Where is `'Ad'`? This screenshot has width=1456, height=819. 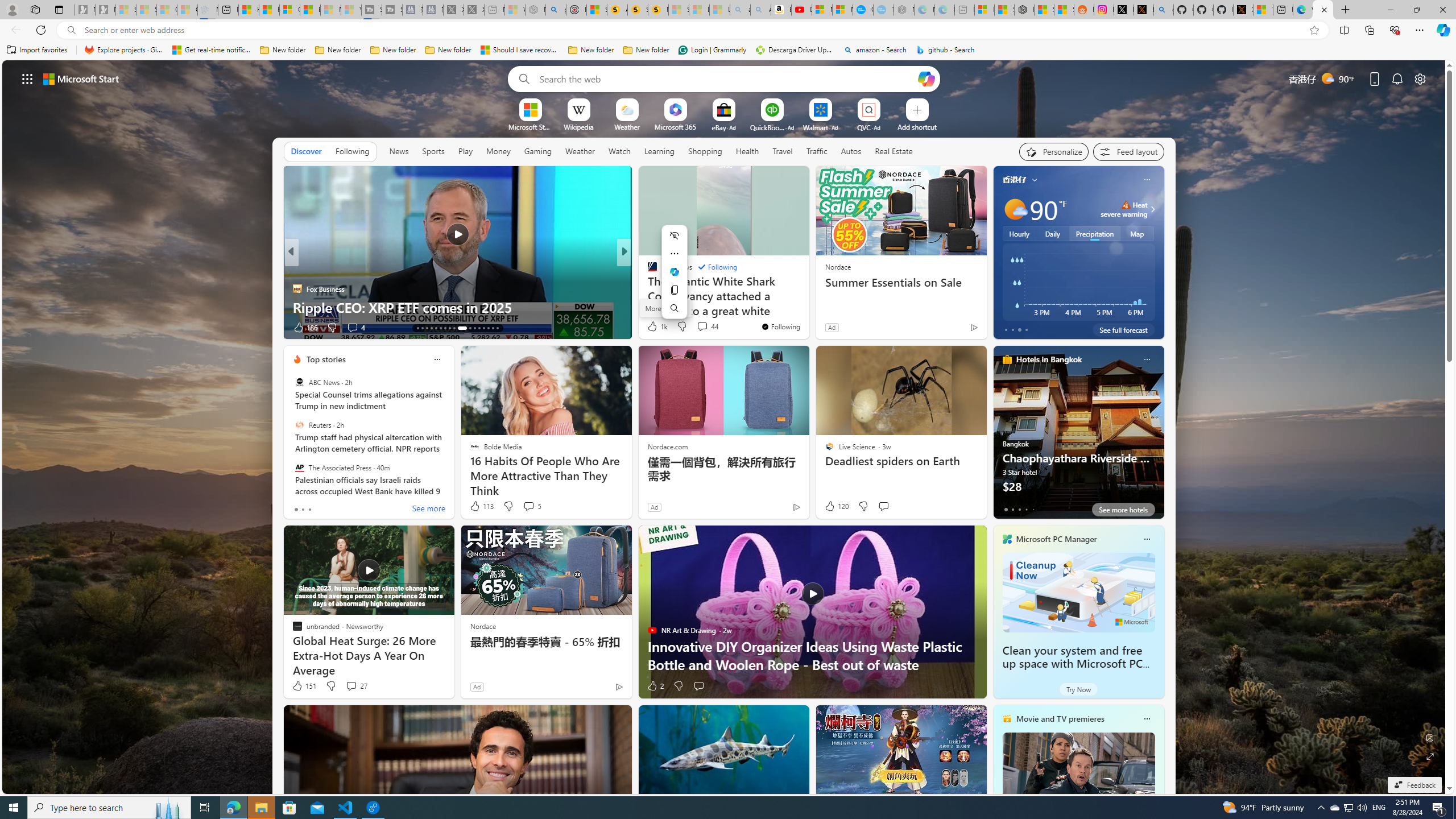 'Ad' is located at coordinates (476, 686).